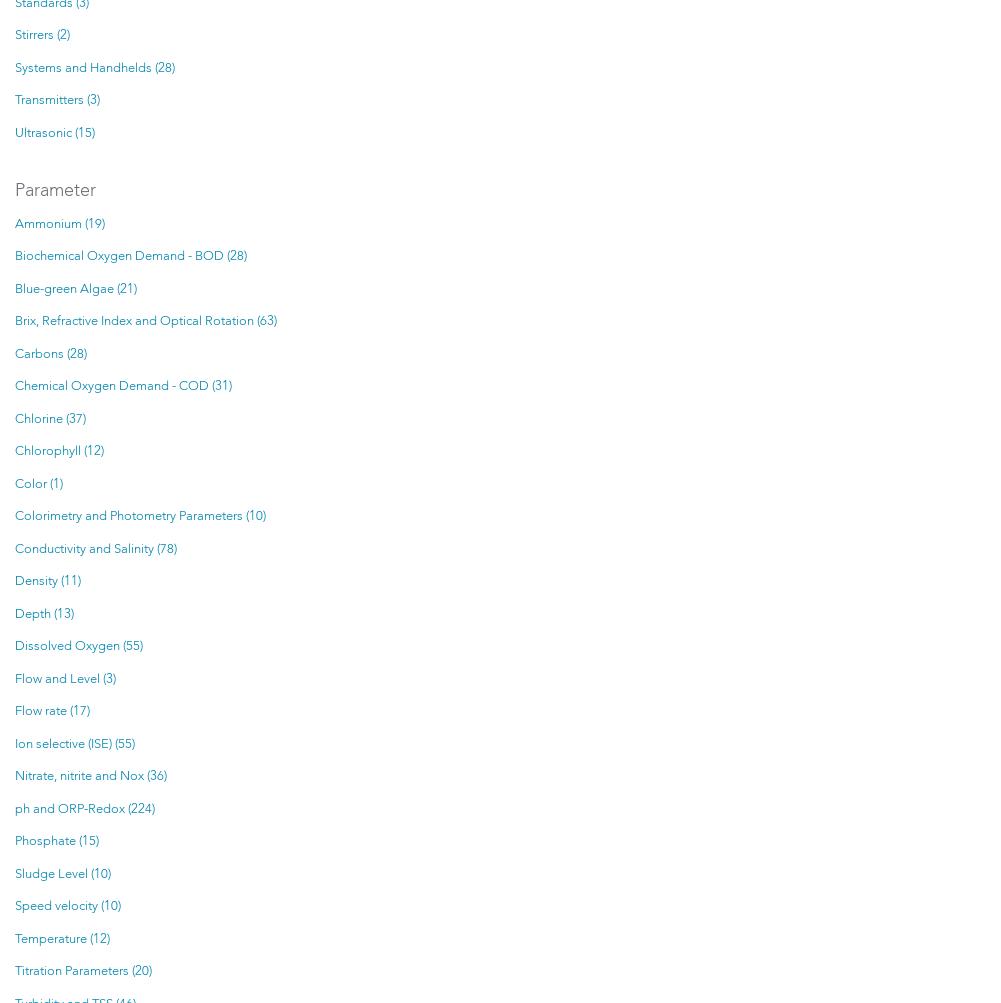  What do you see at coordinates (15, 515) in the screenshot?
I see `'Colorimetry and Photometry Parameters (10)'` at bounding box center [15, 515].